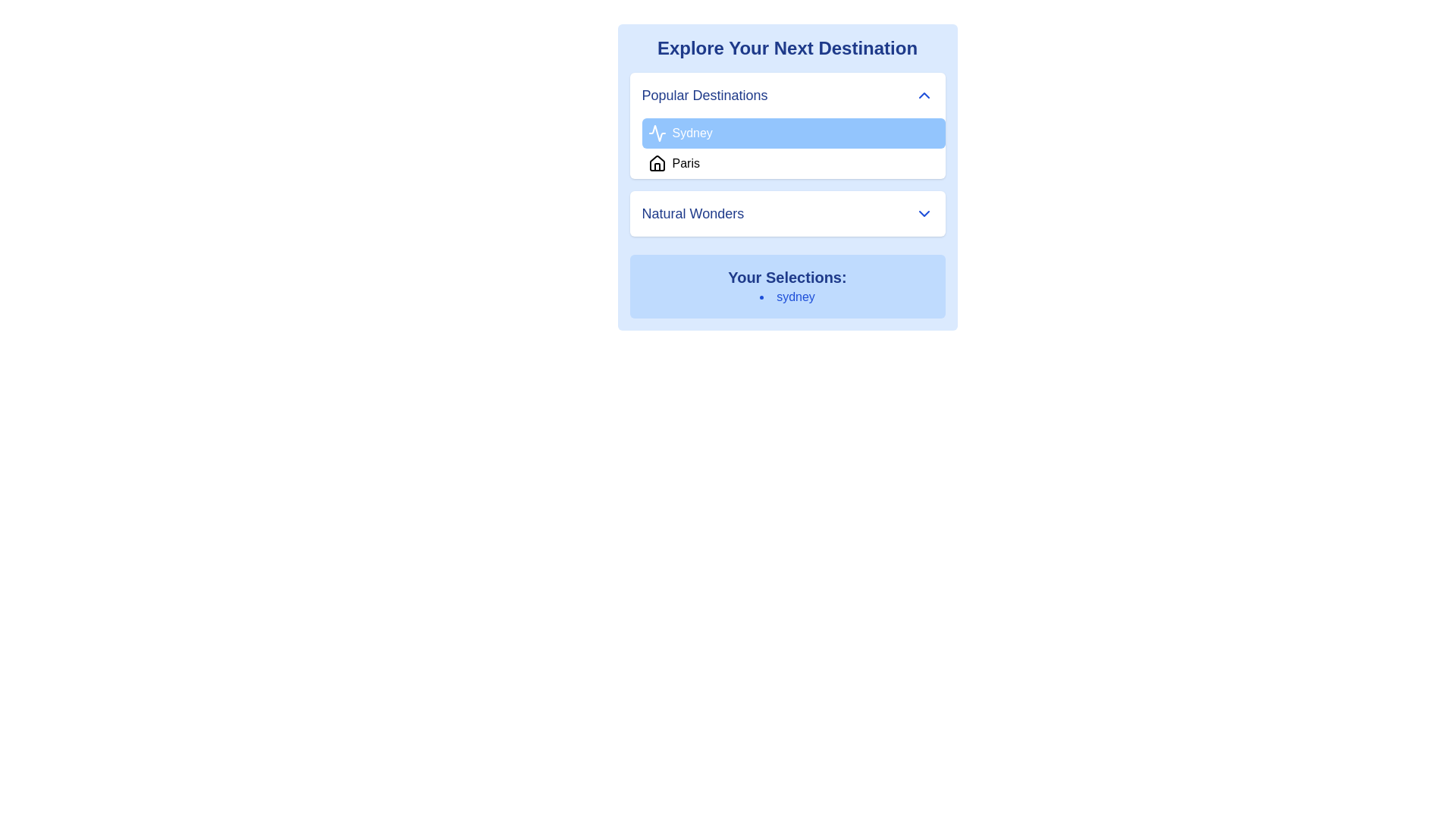  What do you see at coordinates (691, 133) in the screenshot?
I see `the text label 'Sydney' displayed in white color against a blue background` at bounding box center [691, 133].